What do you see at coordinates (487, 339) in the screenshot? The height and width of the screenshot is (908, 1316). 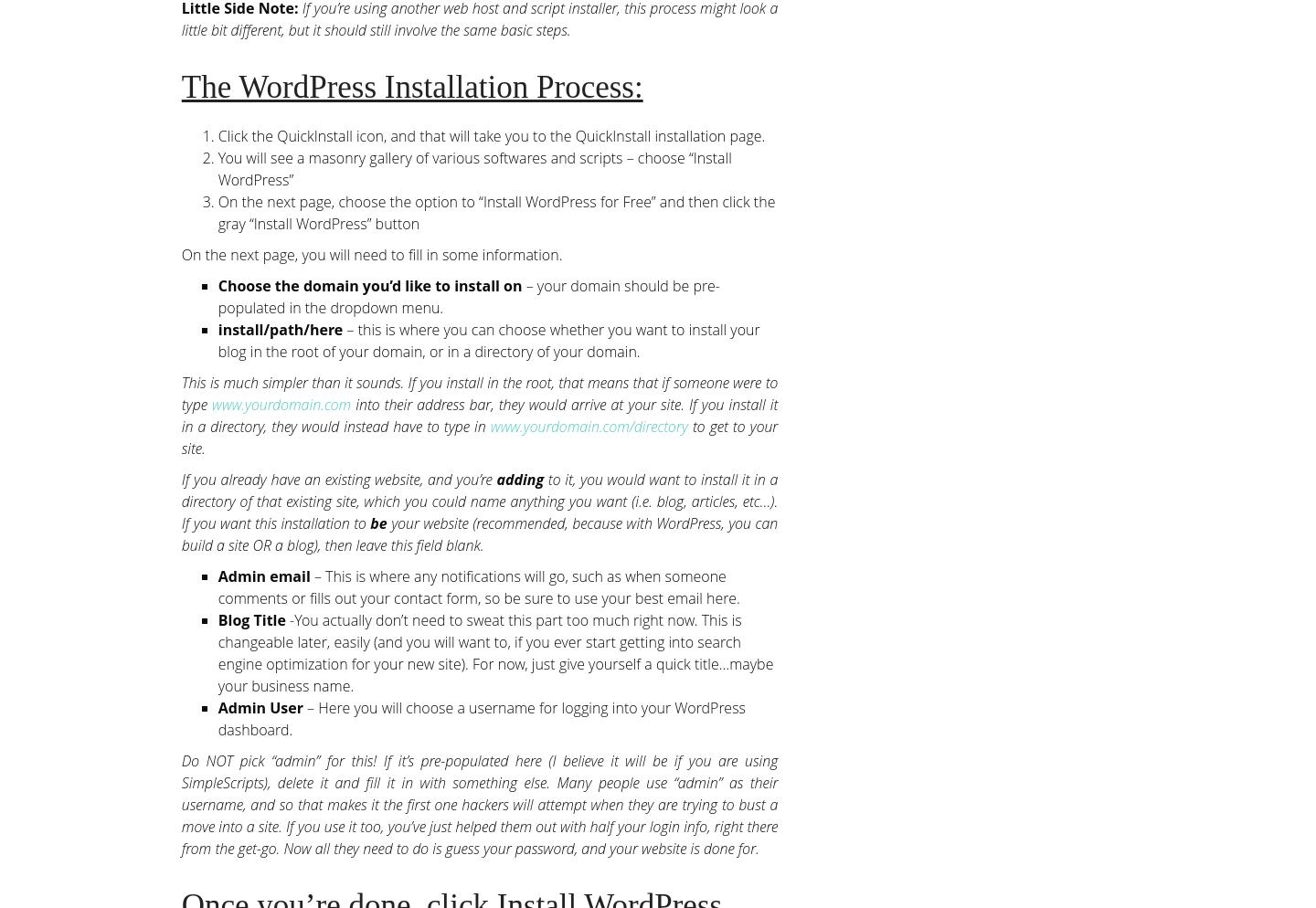 I see `'– this is where you can choose whether you want to install your blog in the root of your domain, or in a directory of your domain.'` at bounding box center [487, 339].